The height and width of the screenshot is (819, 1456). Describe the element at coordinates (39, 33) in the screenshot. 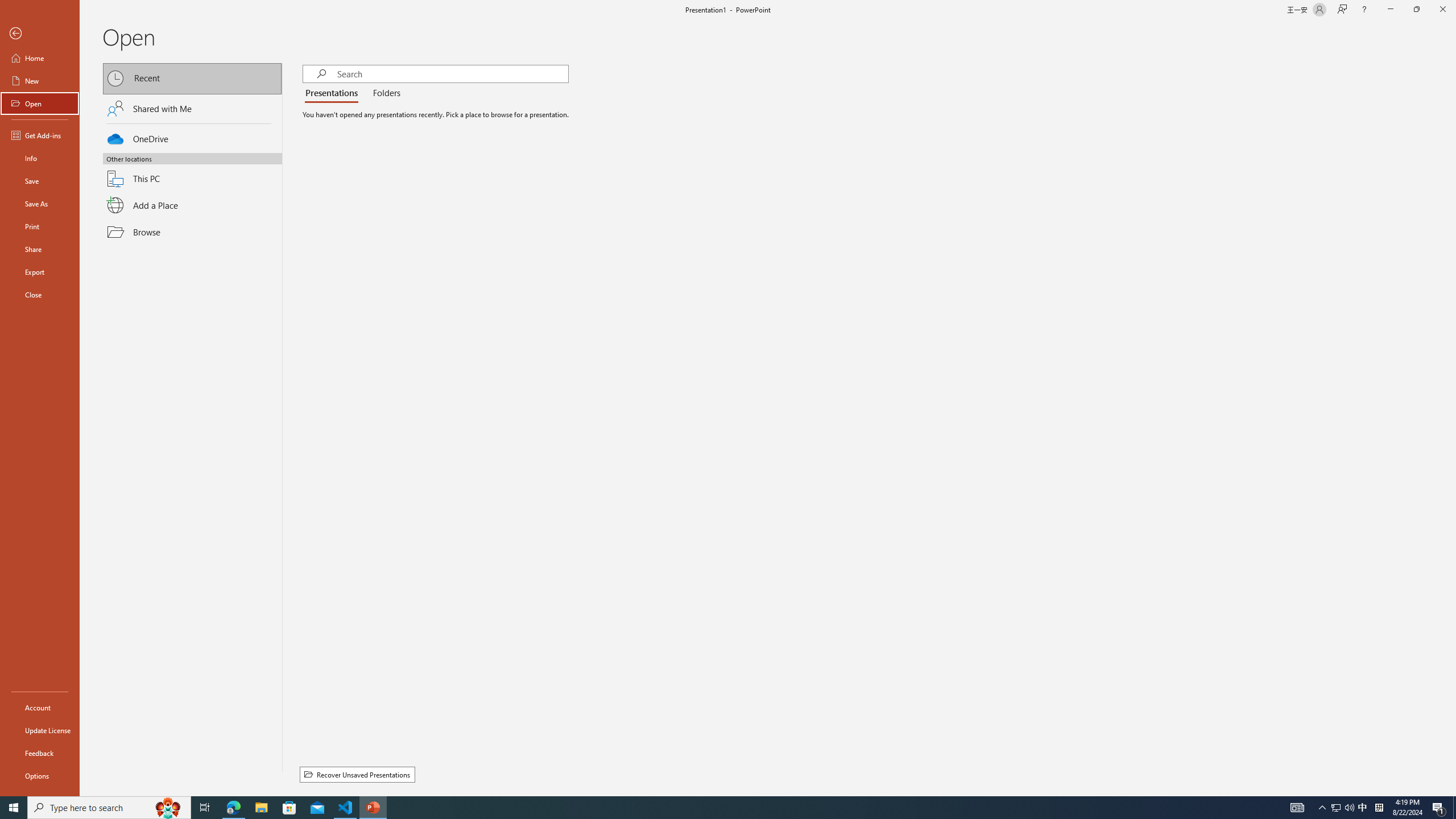

I see `'Back'` at that location.